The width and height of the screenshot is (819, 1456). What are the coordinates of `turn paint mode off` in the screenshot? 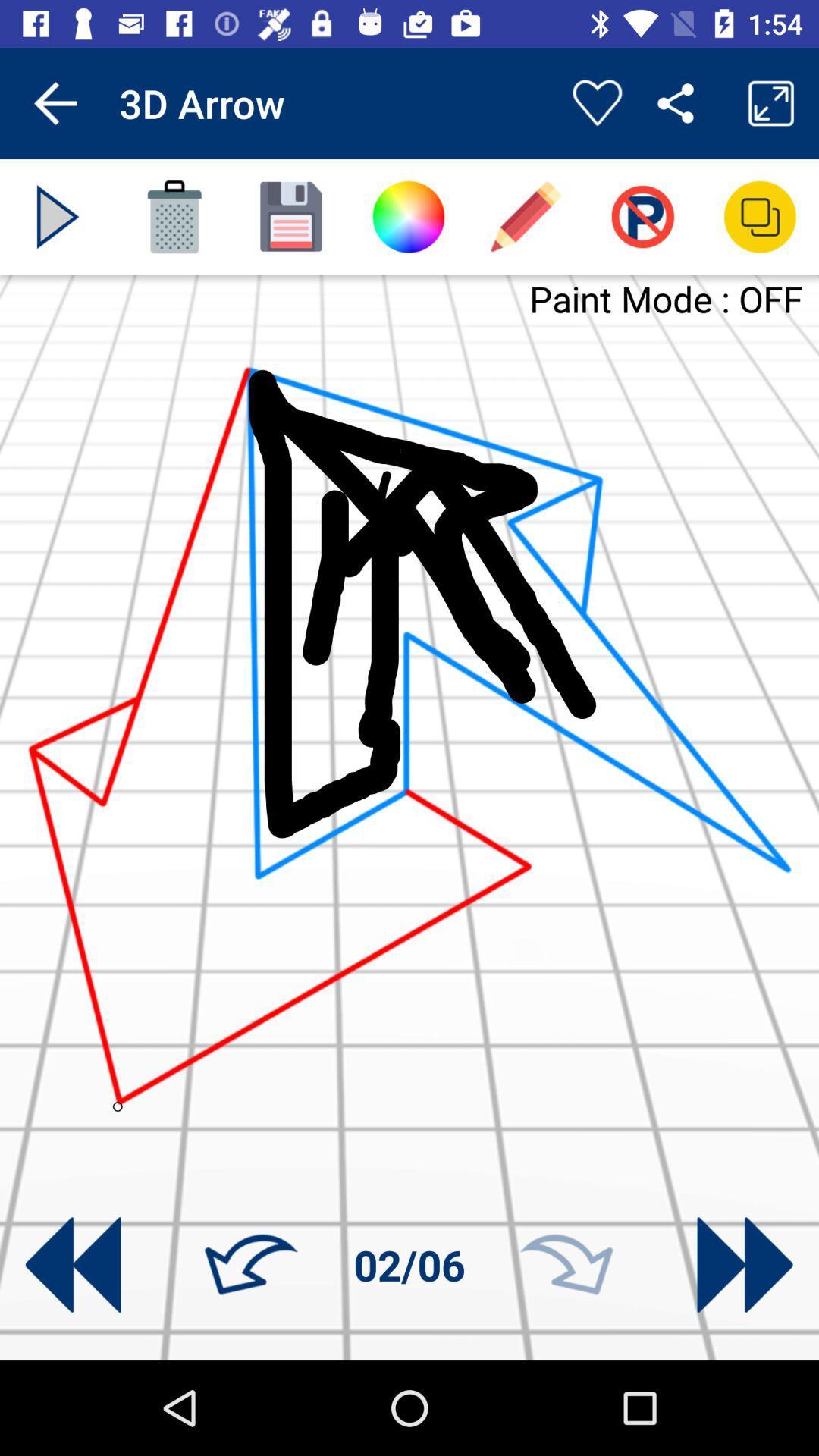 It's located at (642, 216).